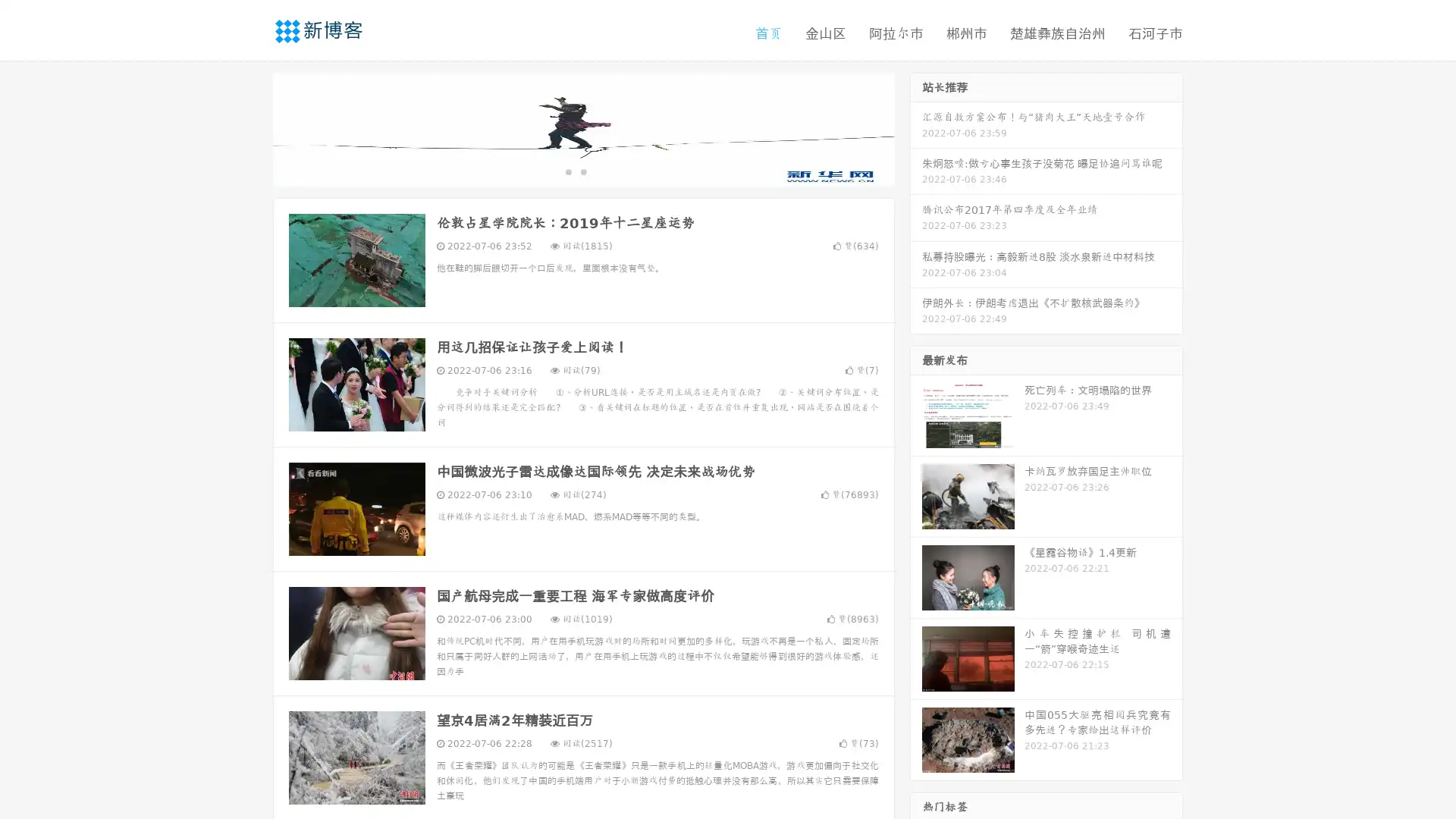 The width and height of the screenshot is (1456, 819). Describe the element at coordinates (916, 127) in the screenshot. I see `Next slide` at that location.